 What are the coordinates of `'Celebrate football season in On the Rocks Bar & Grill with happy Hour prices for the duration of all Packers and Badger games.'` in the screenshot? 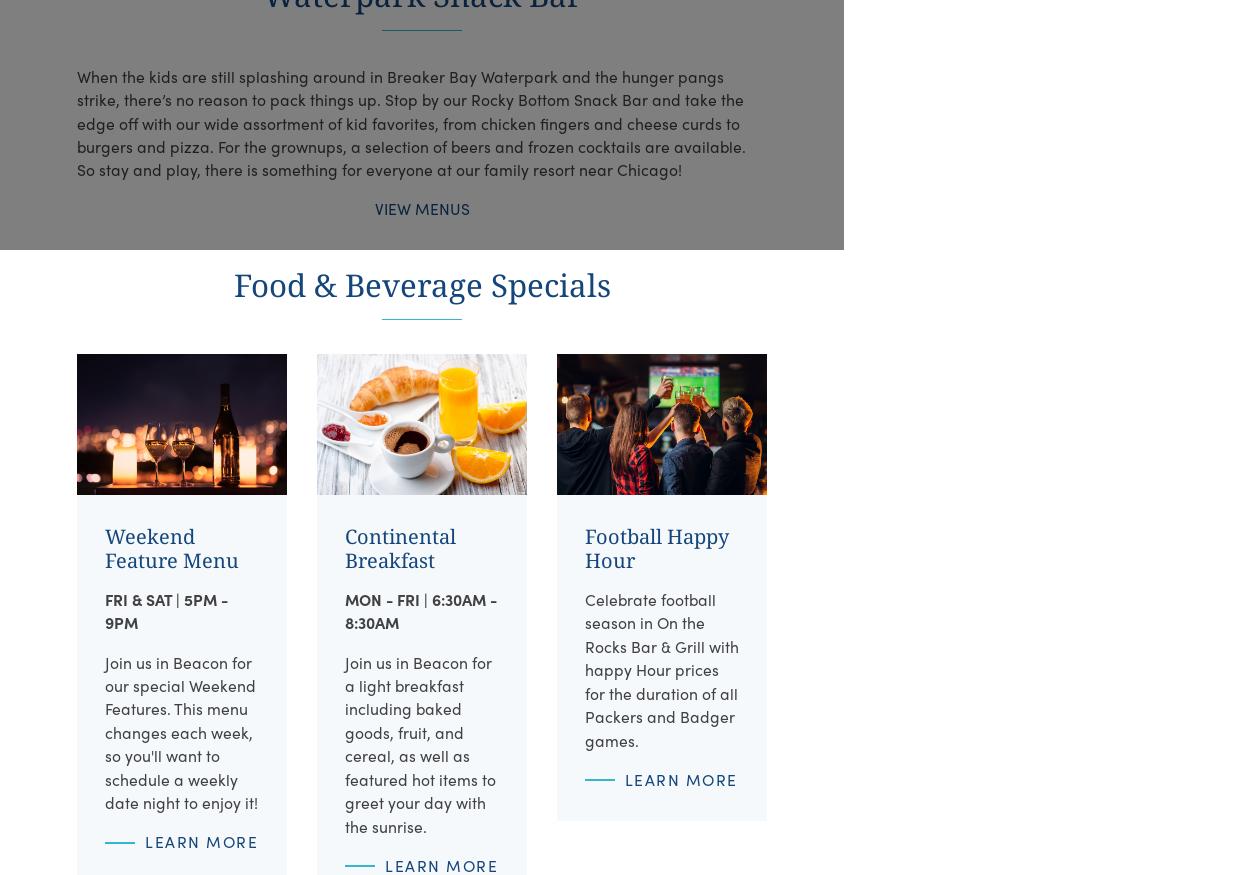 It's located at (660, 668).